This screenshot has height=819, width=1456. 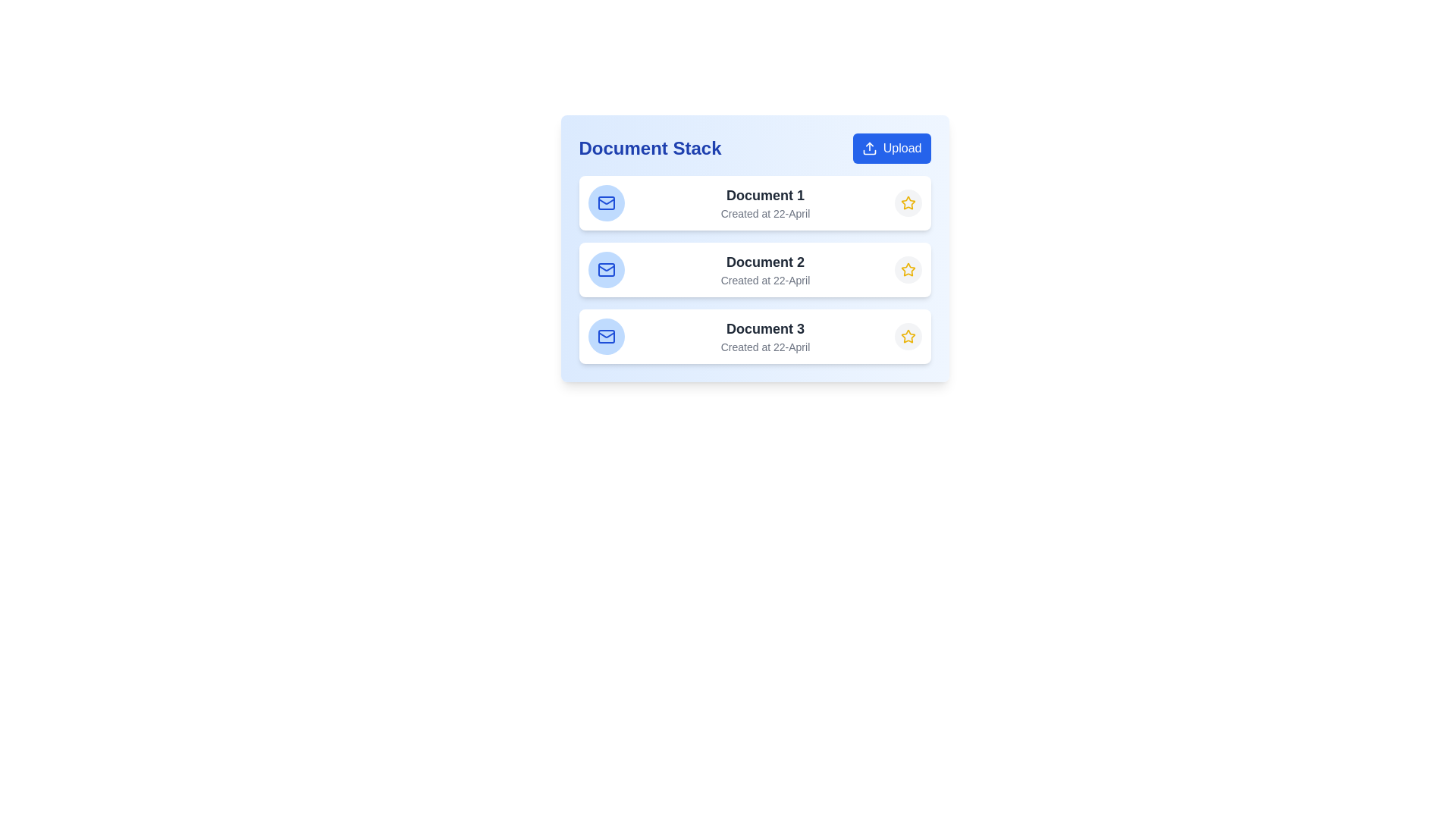 What do you see at coordinates (765, 335) in the screenshot?
I see `the Text display element that shows 'Document 3' with the smaller text 'Created at 22-April', which is centered in a white box with rounded corners` at bounding box center [765, 335].